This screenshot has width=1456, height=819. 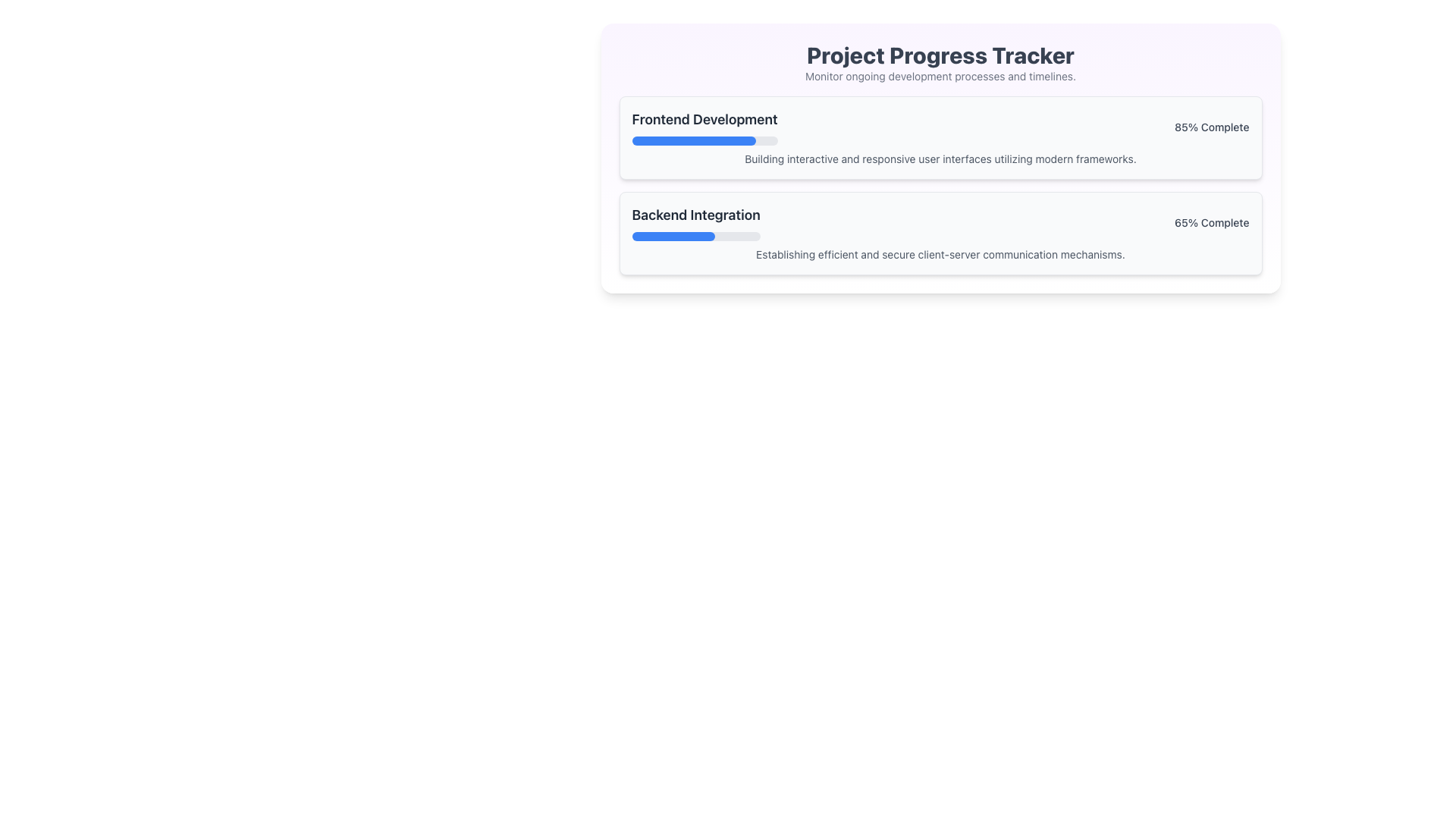 I want to click on the text label that provides supplementary information below the 'Project Progress Tracker' header, so click(x=940, y=76).